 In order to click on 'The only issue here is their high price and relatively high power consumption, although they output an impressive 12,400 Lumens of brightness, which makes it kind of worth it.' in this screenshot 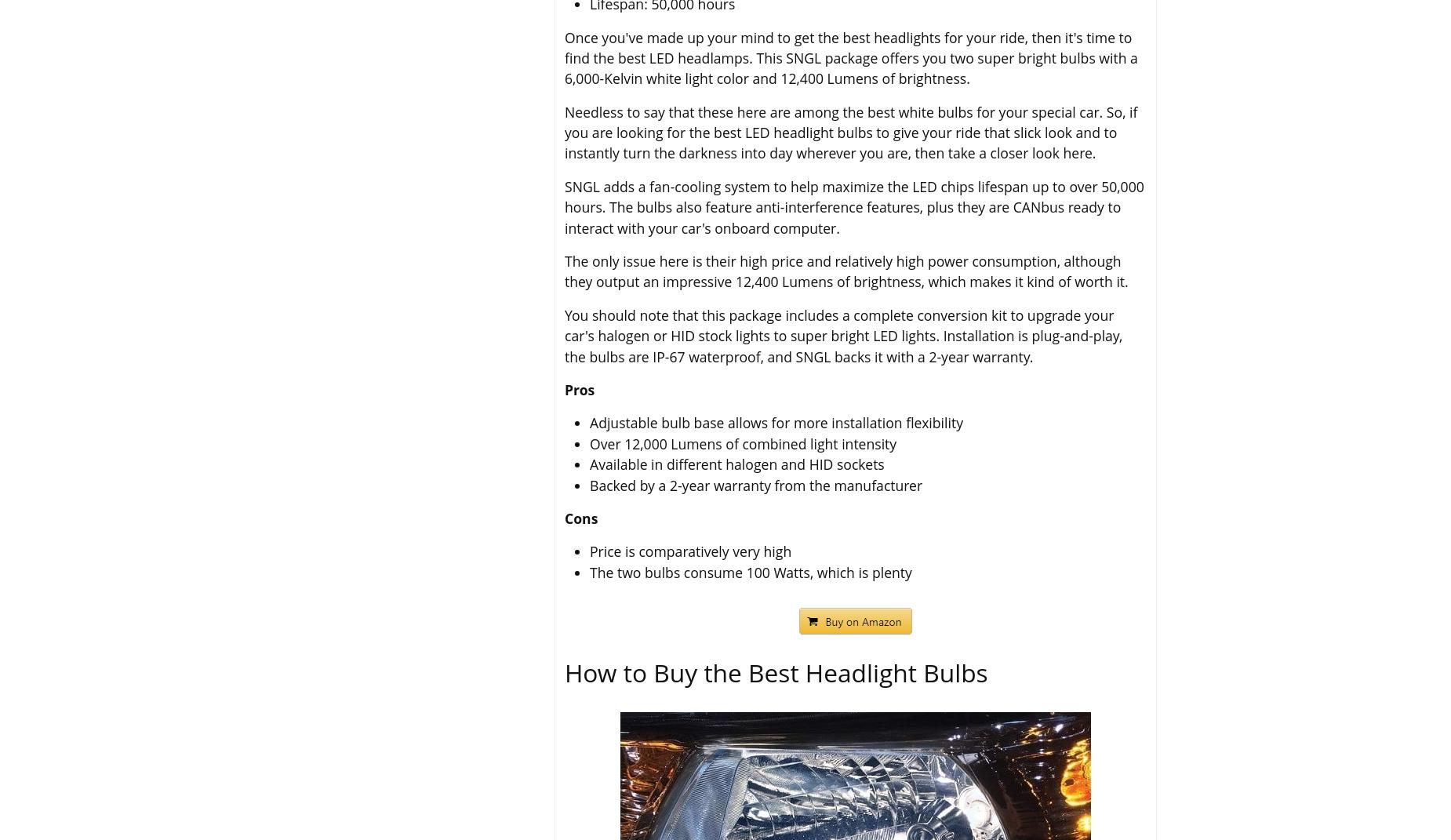, I will do `click(845, 271)`.